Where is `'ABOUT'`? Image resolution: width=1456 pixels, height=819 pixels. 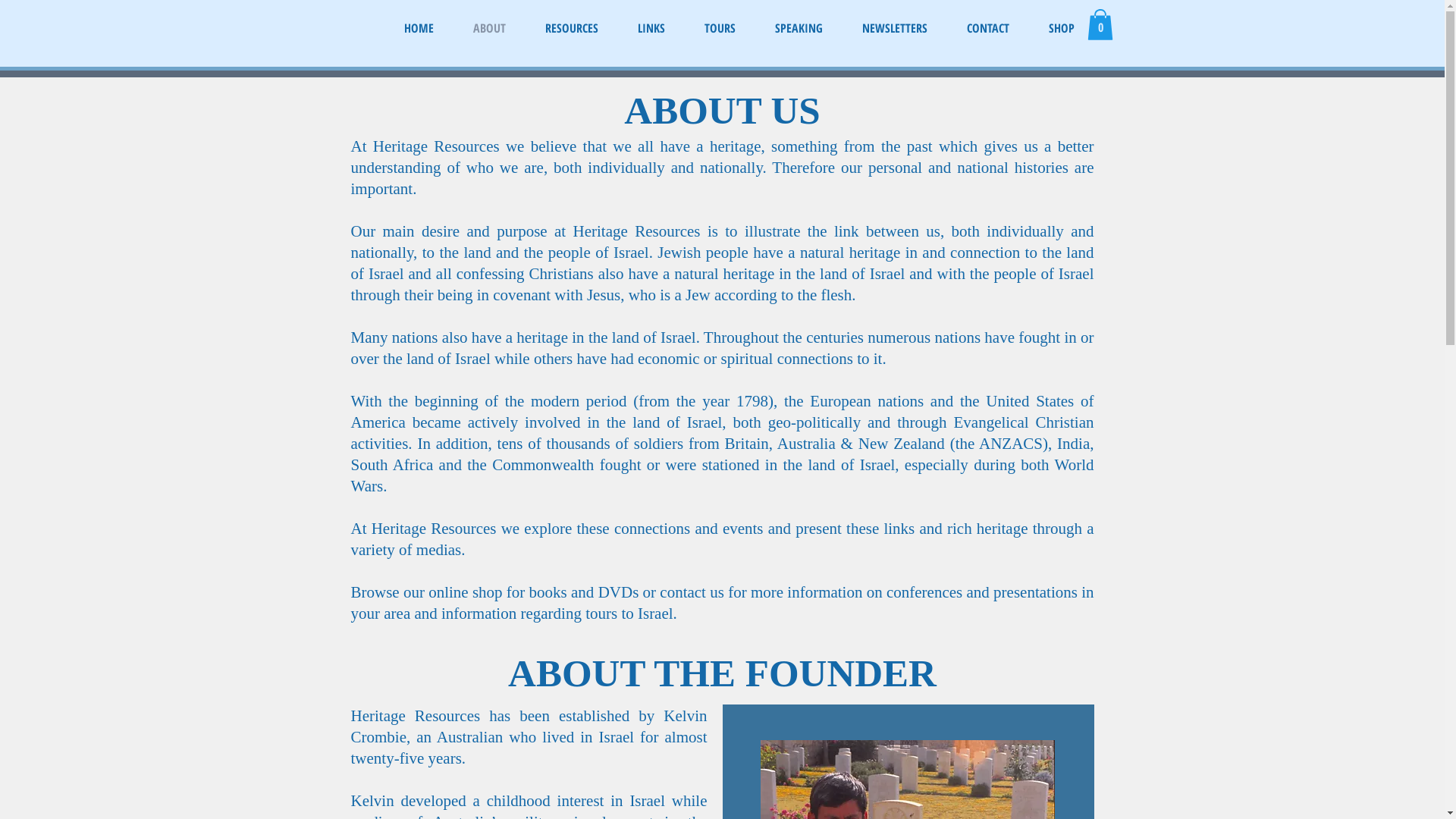
'ABOUT' is located at coordinates (489, 25).